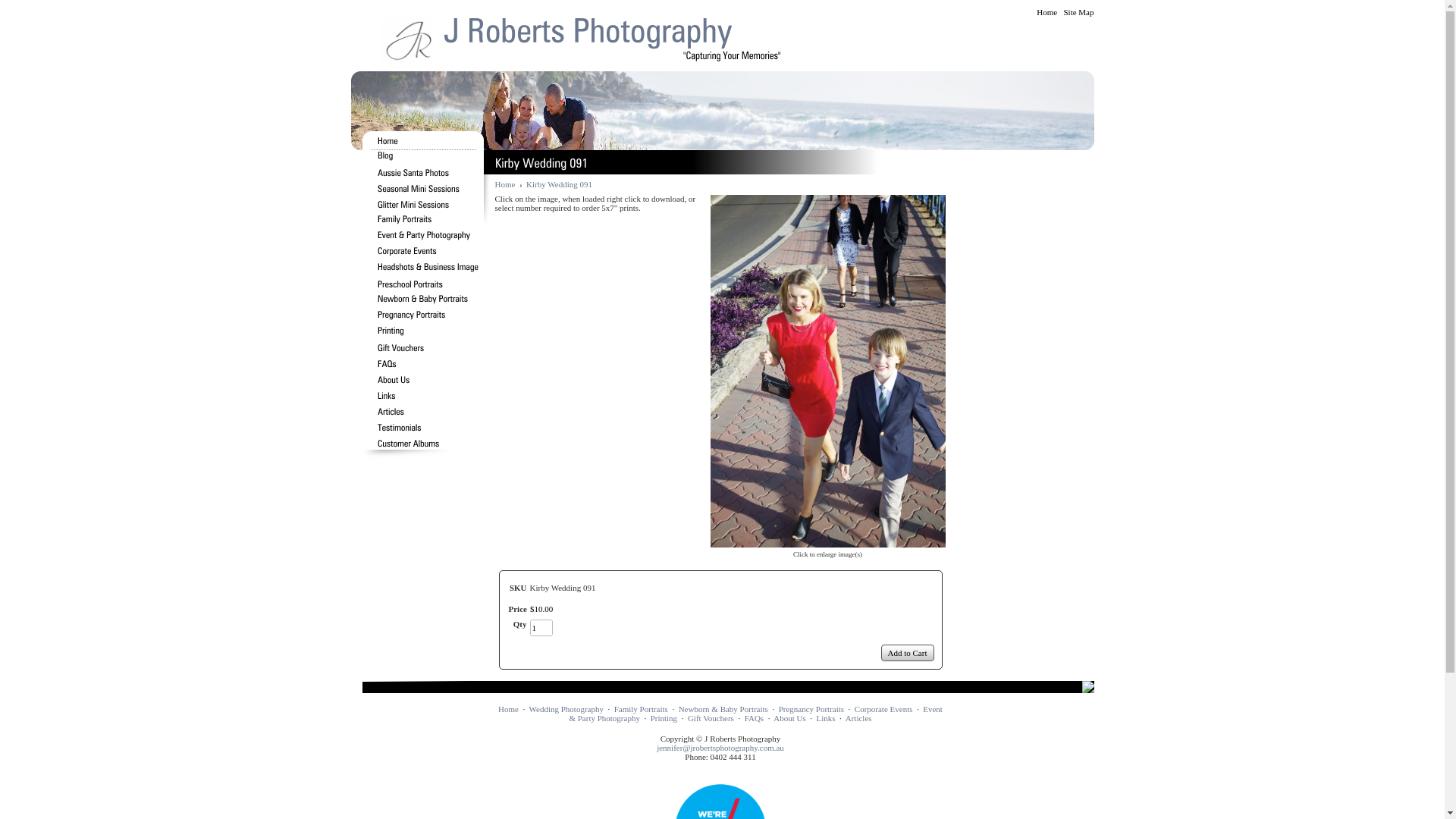 The width and height of the screenshot is (1456, 819). Describe the element at coordinates (558, 184) in the screenshot. I see `'Kirby Wedding 091'` at that location.